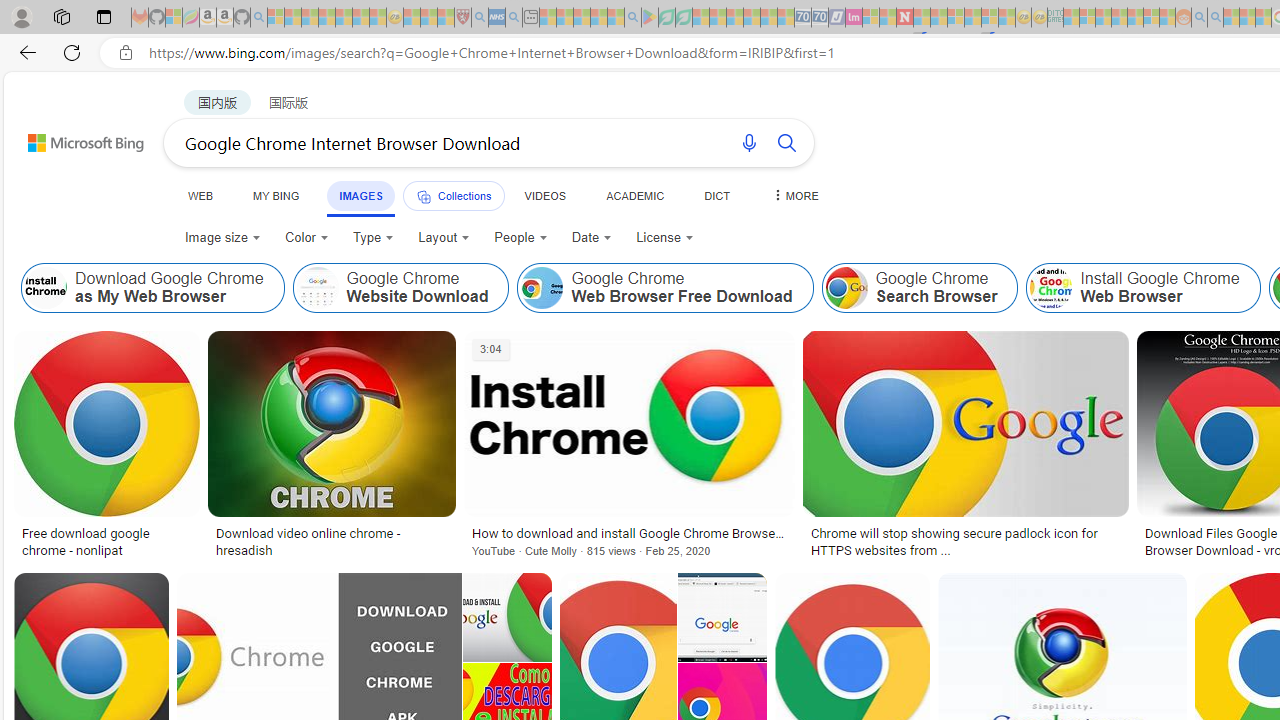 This screenshot has width=1280, height=720. I want to click on 'New Report Confirms 2023 Was Record Hot | Watch - Sleeping', so click(343, 17).